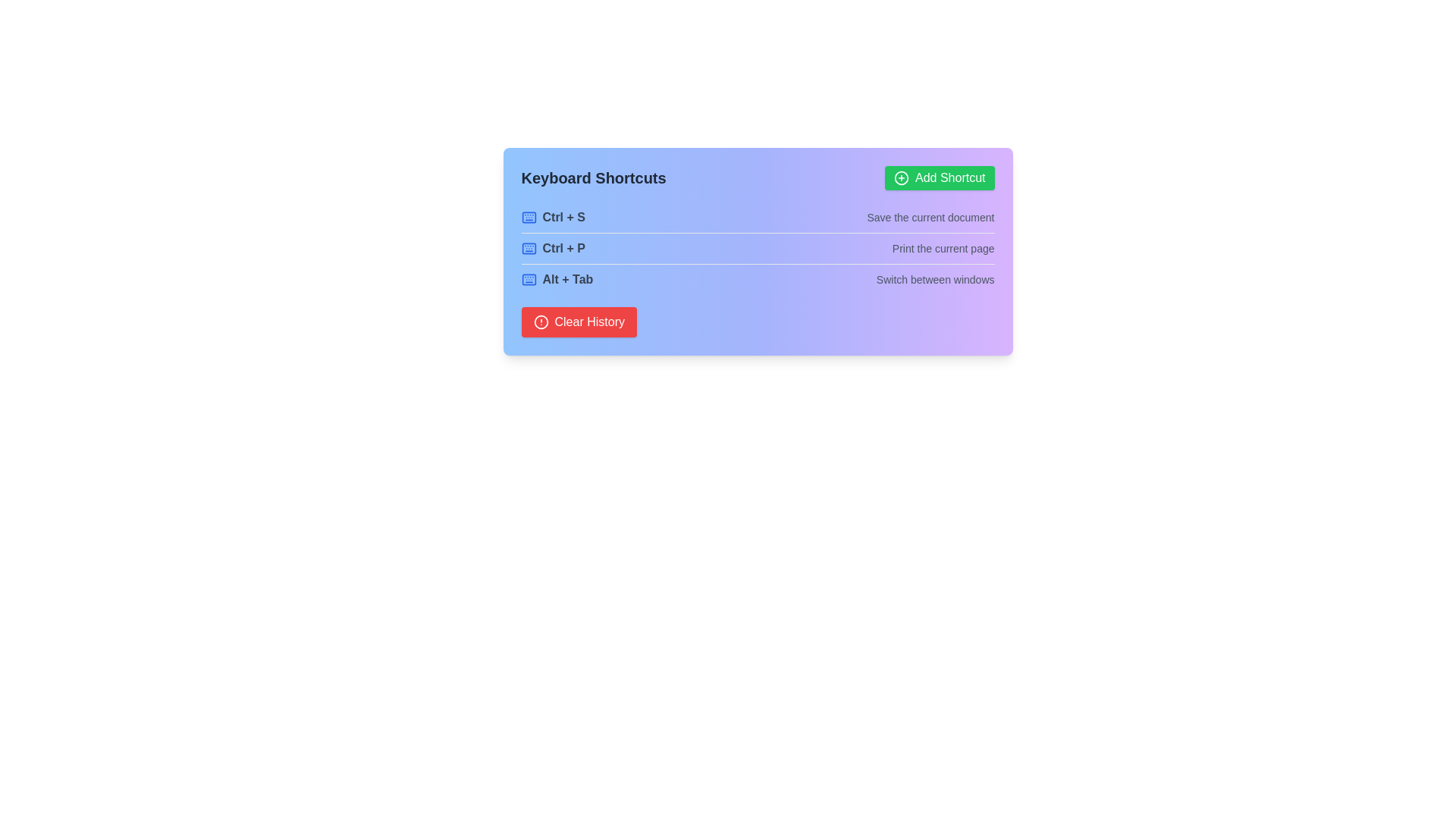 Image resolution: width=1456 pixels, height=819 pixels. Describe the element at coordinates (552, 247) in the screenshot. I see `displayed text 'Ctrl + P' from the text with the blue keyboard icon, which is the second entry in the list of keyboard shortcuts` at that location.